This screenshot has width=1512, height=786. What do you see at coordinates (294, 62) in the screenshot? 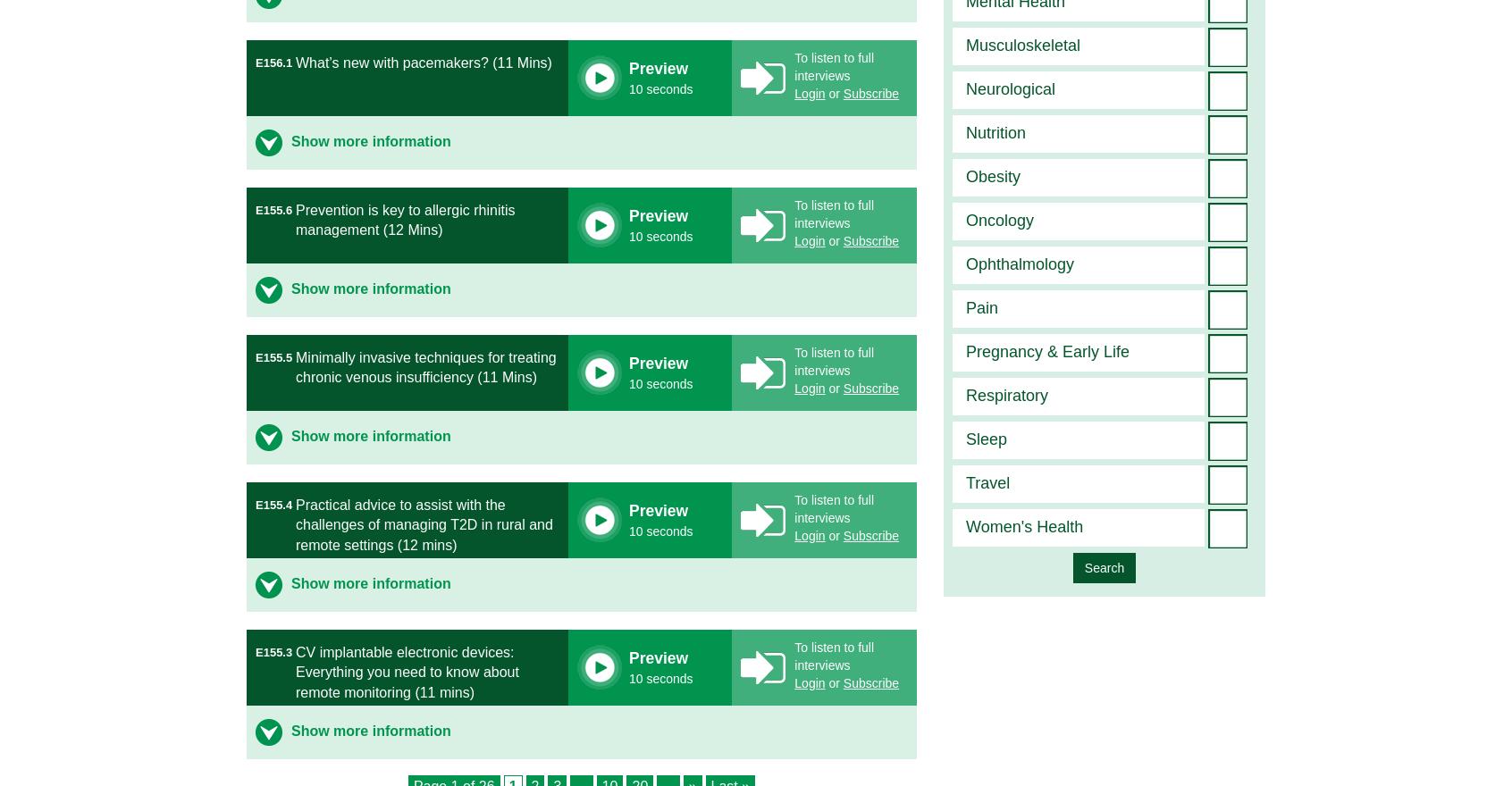
I see `'What’s new with pacemakers? (11 Mins)'` at bounding box center [294, 62].